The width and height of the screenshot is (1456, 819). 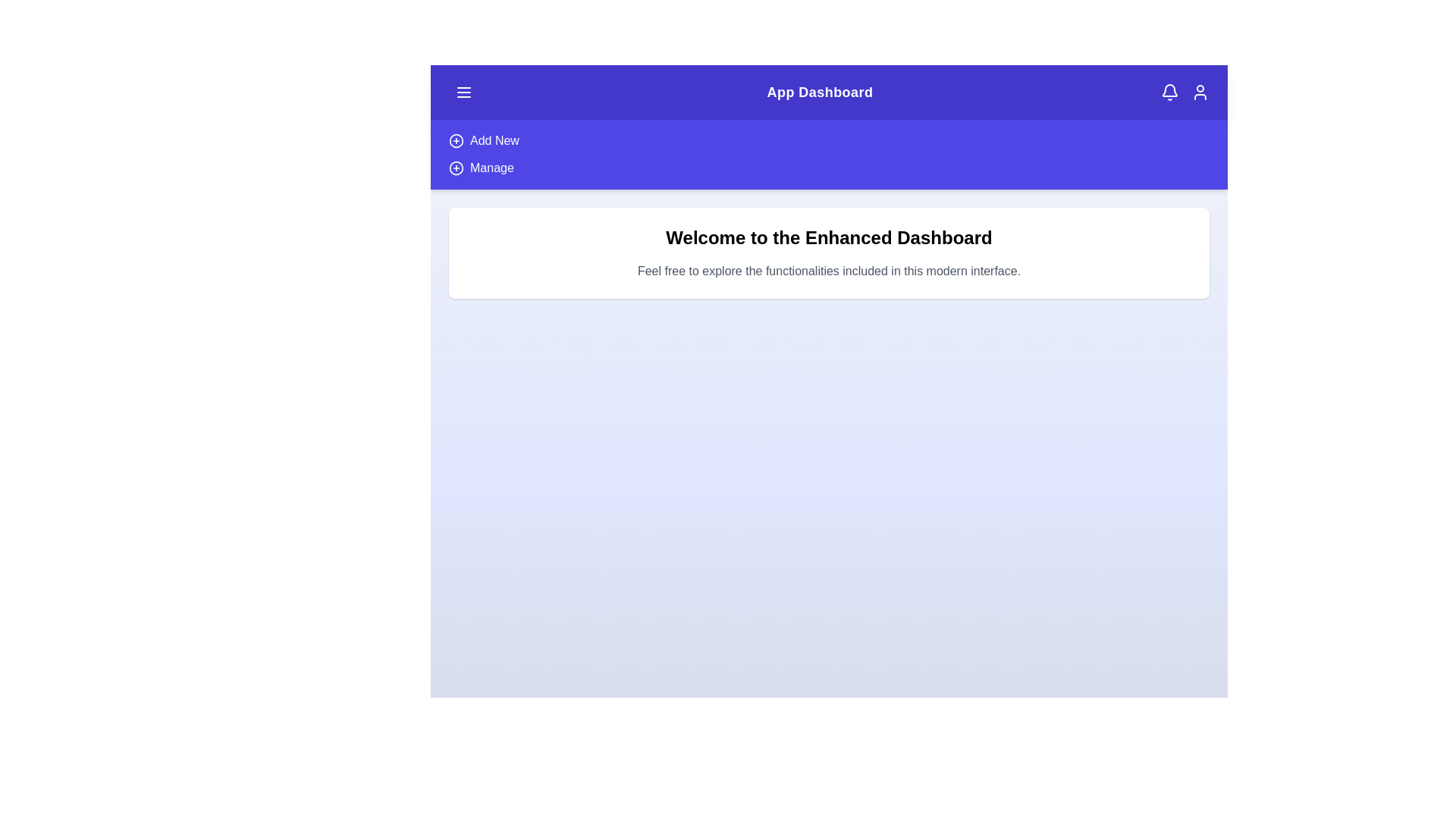 I want to click on the 'User' icon in the header, so click(x=1200, y=93).